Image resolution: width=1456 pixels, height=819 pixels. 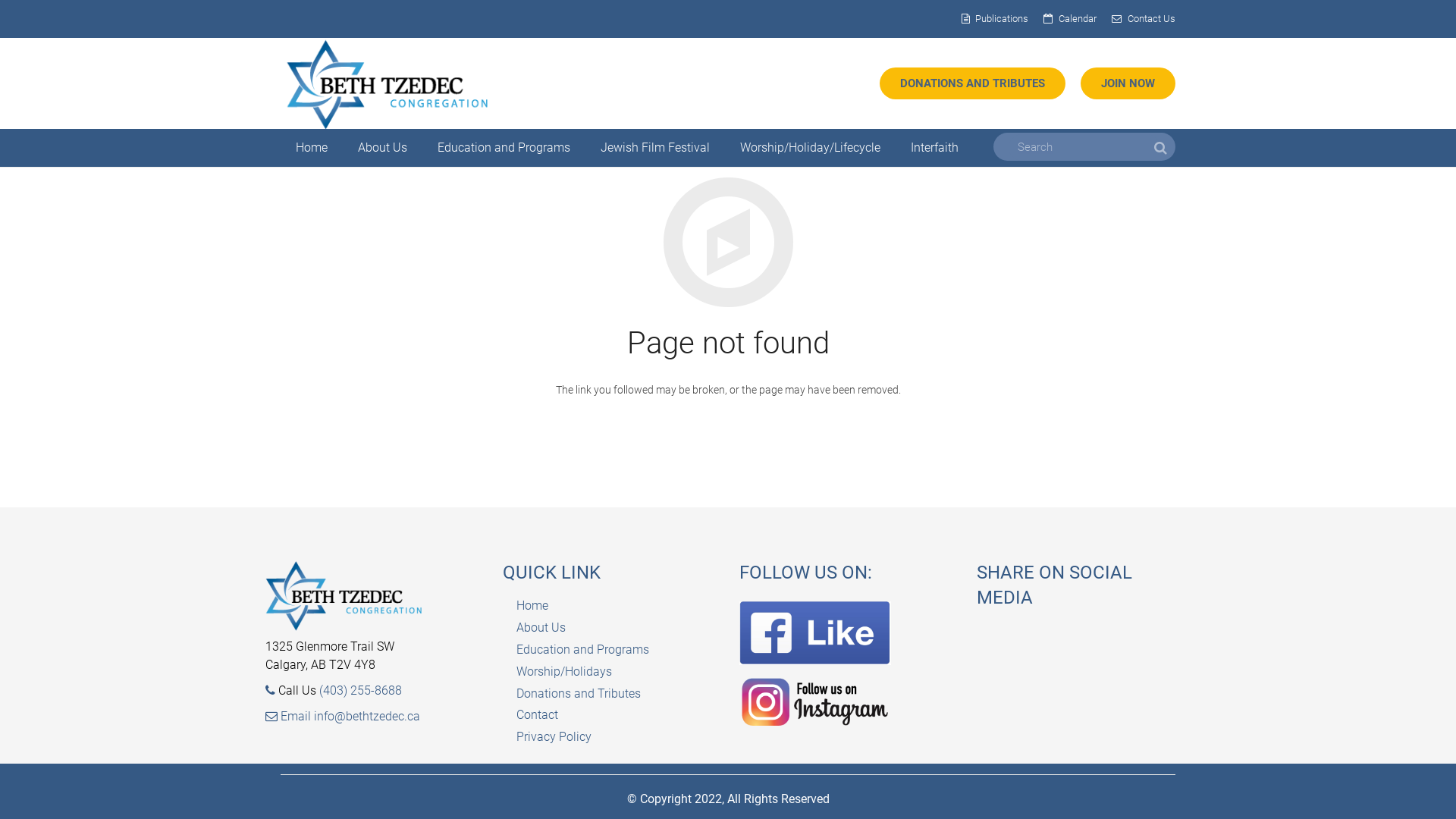 I want to click on '(403) 255-8688', so click(x=359, y=690).